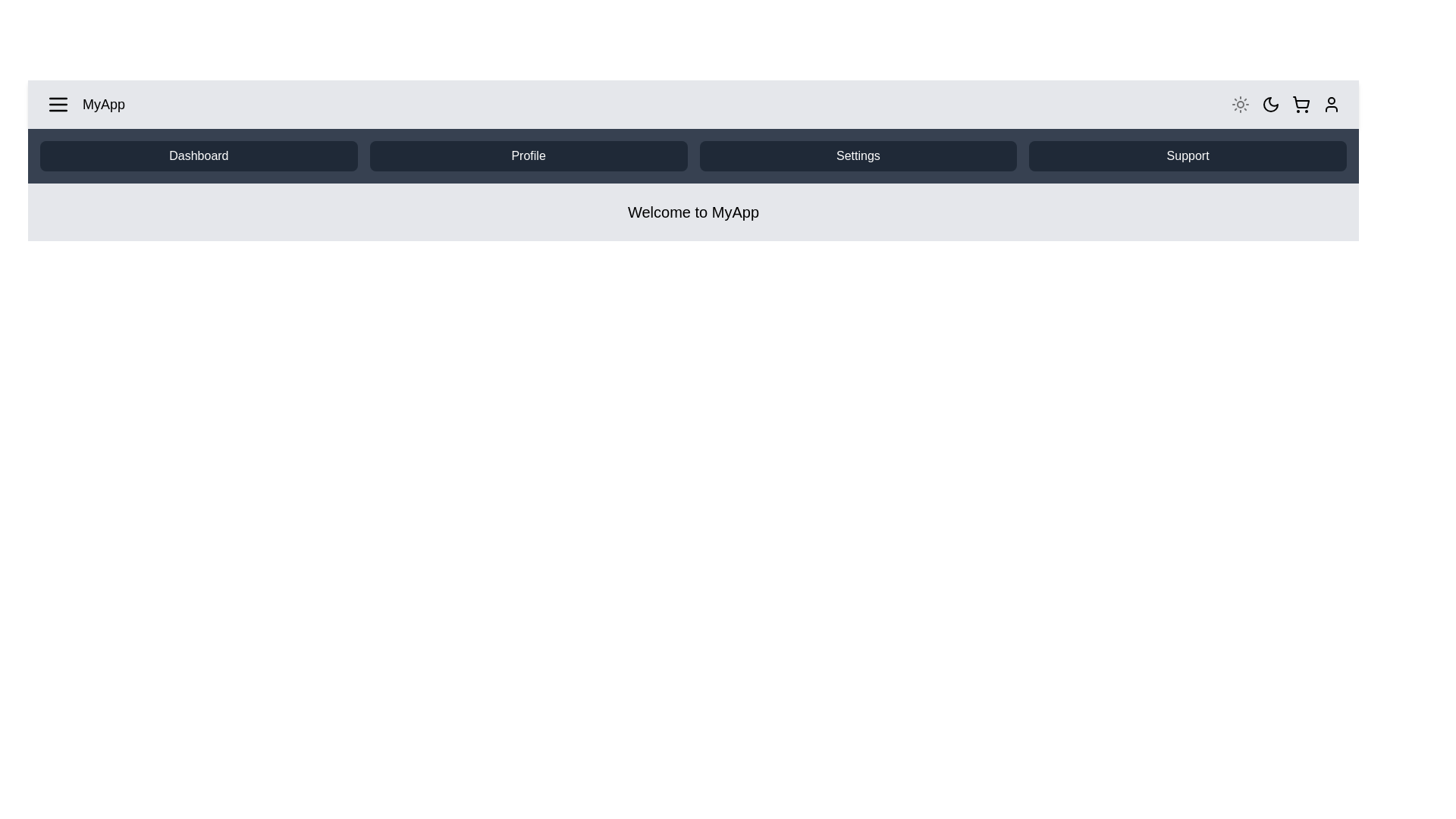  What do you see at coordinates (1331, 104) in the screenshot?
I see `the user icon located at the top-right corner of the app bar` at bounding box center [1331, 104].